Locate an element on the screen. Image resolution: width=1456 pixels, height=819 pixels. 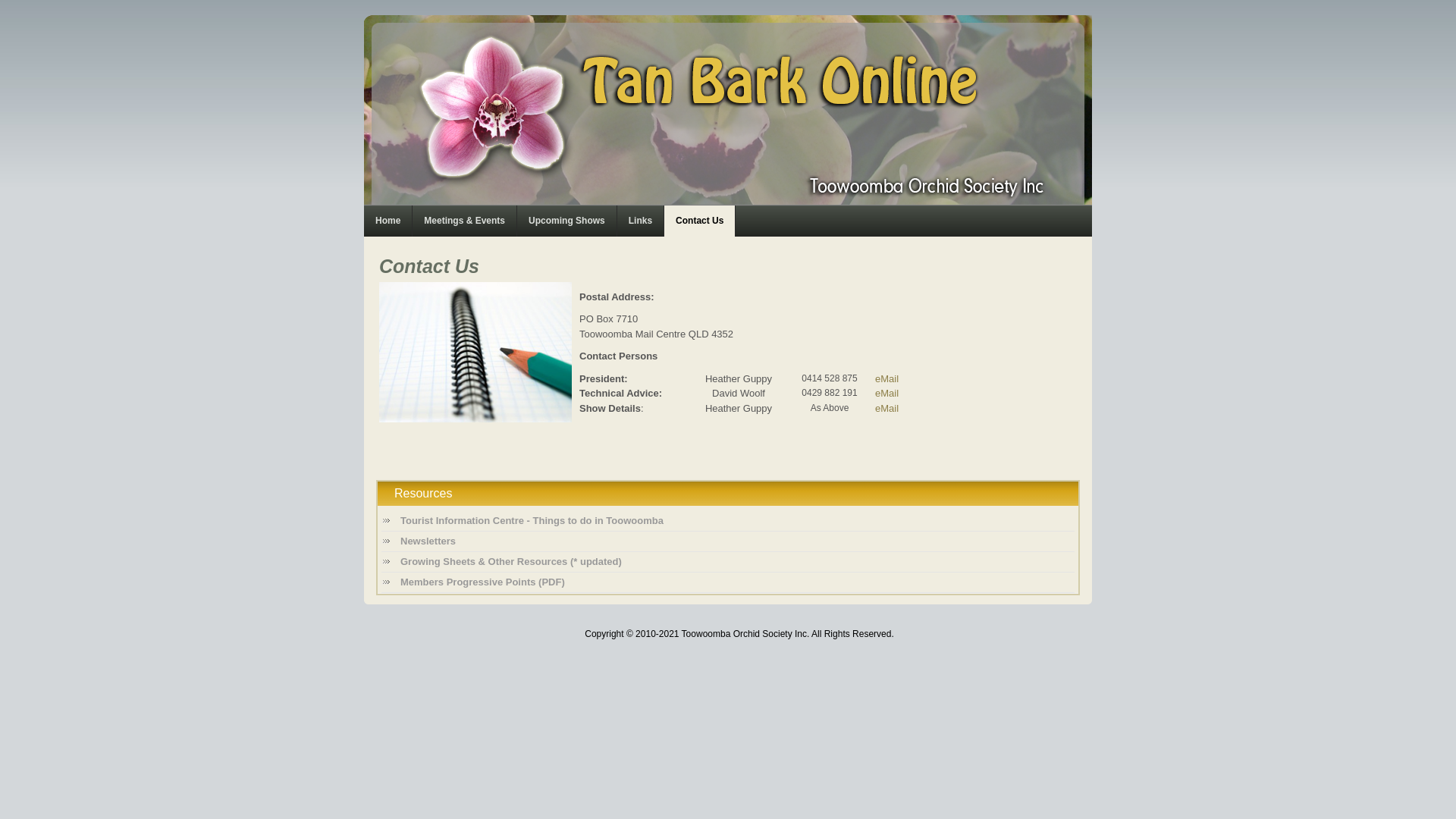
'Newsletters' is located at coordinates (728, 540).